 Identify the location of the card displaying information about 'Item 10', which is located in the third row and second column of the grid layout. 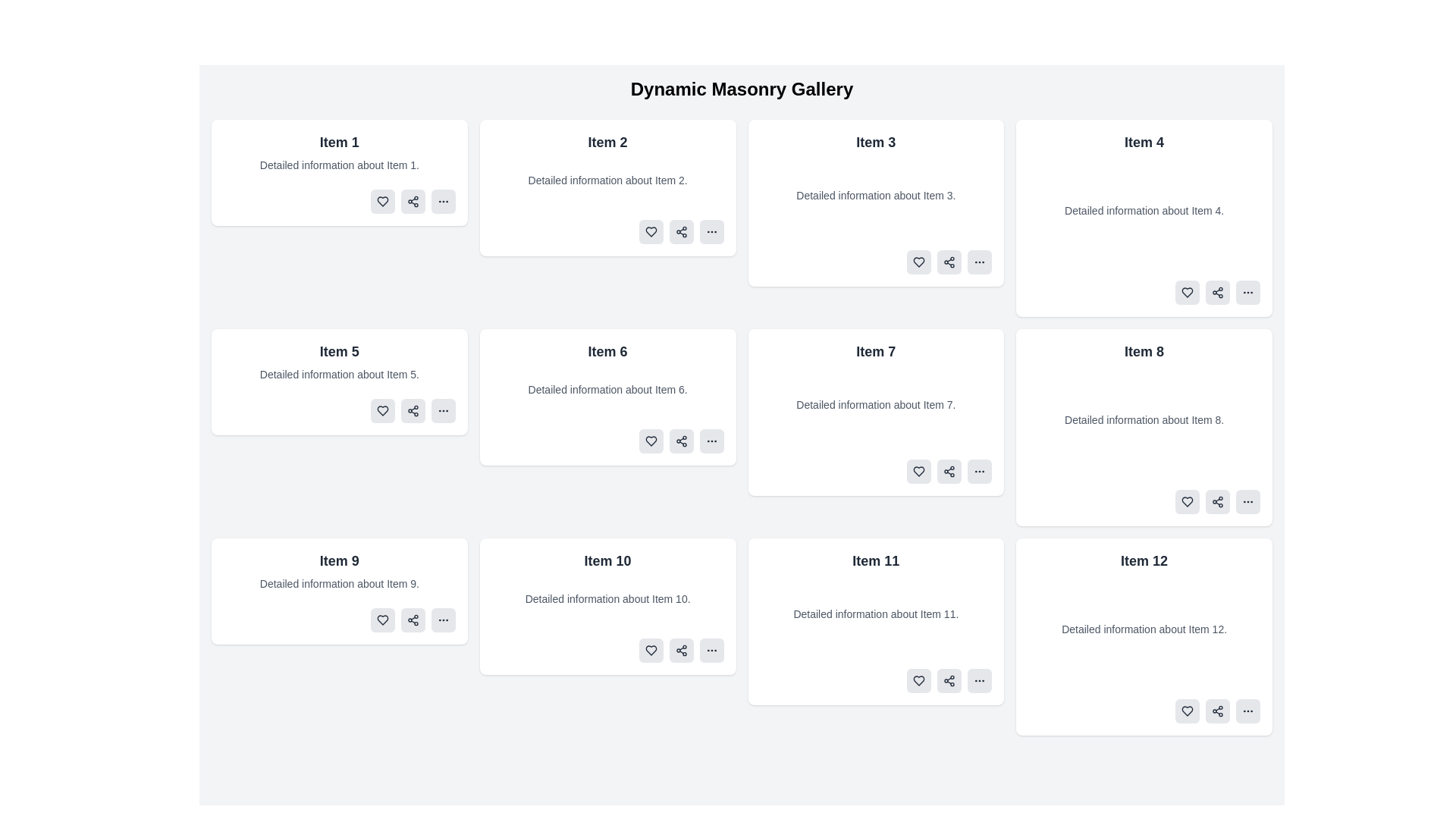
(607, 605).